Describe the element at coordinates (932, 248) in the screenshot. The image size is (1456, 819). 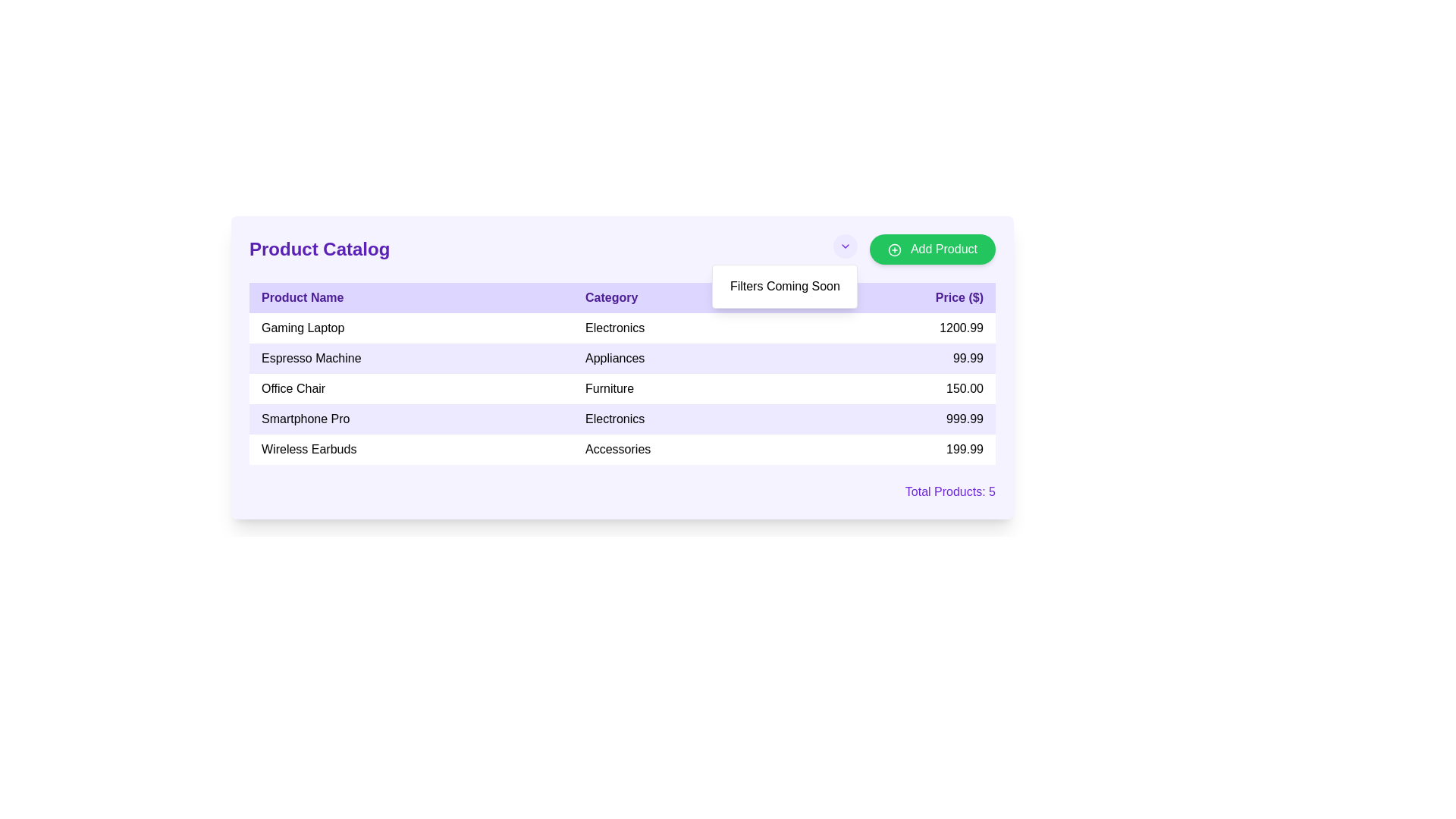
I see `the rounded green 'Add Product' button located at the top-right corner of the interface` at that location.